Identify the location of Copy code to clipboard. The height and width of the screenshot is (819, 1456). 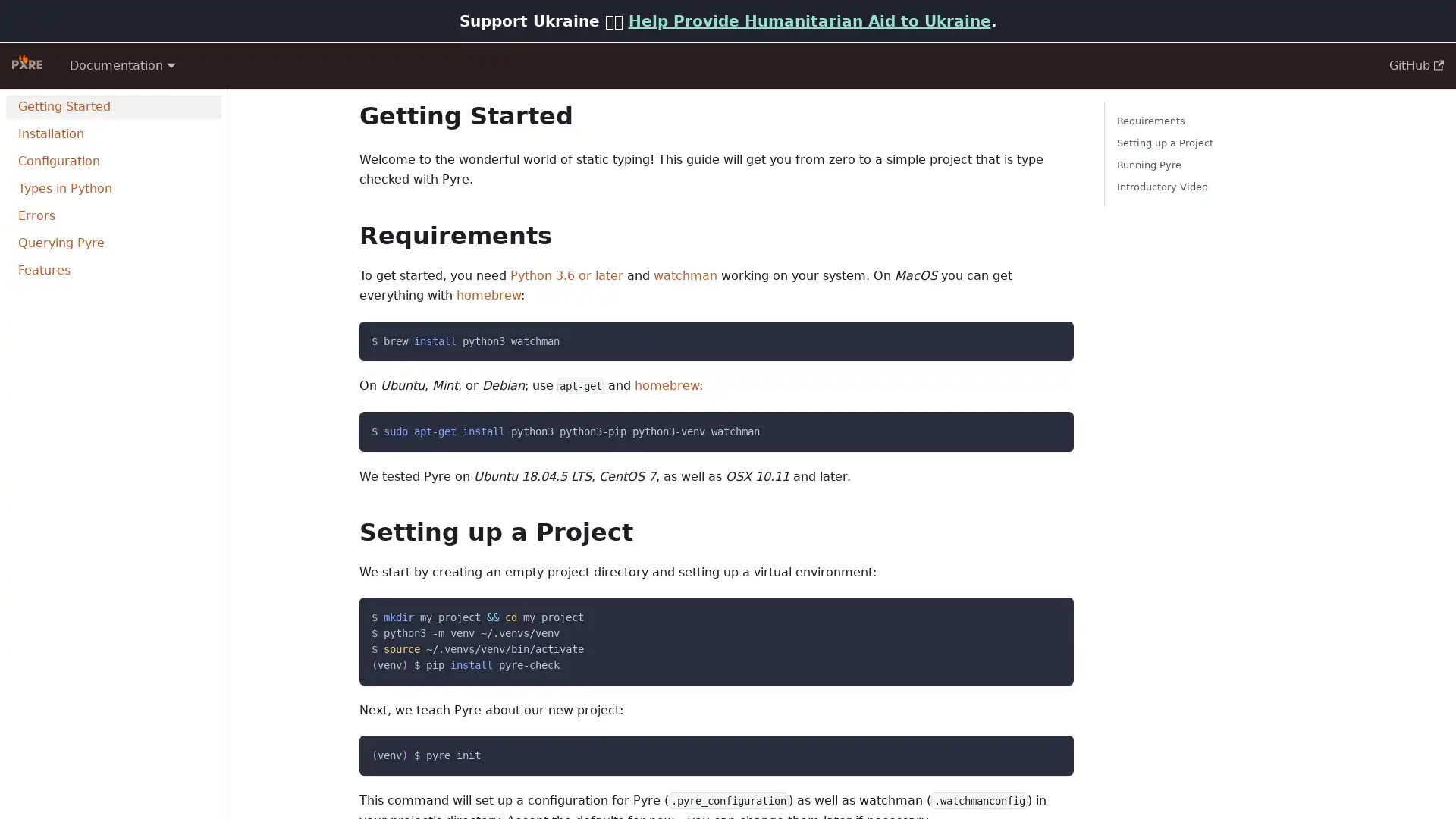
(1048, 336).